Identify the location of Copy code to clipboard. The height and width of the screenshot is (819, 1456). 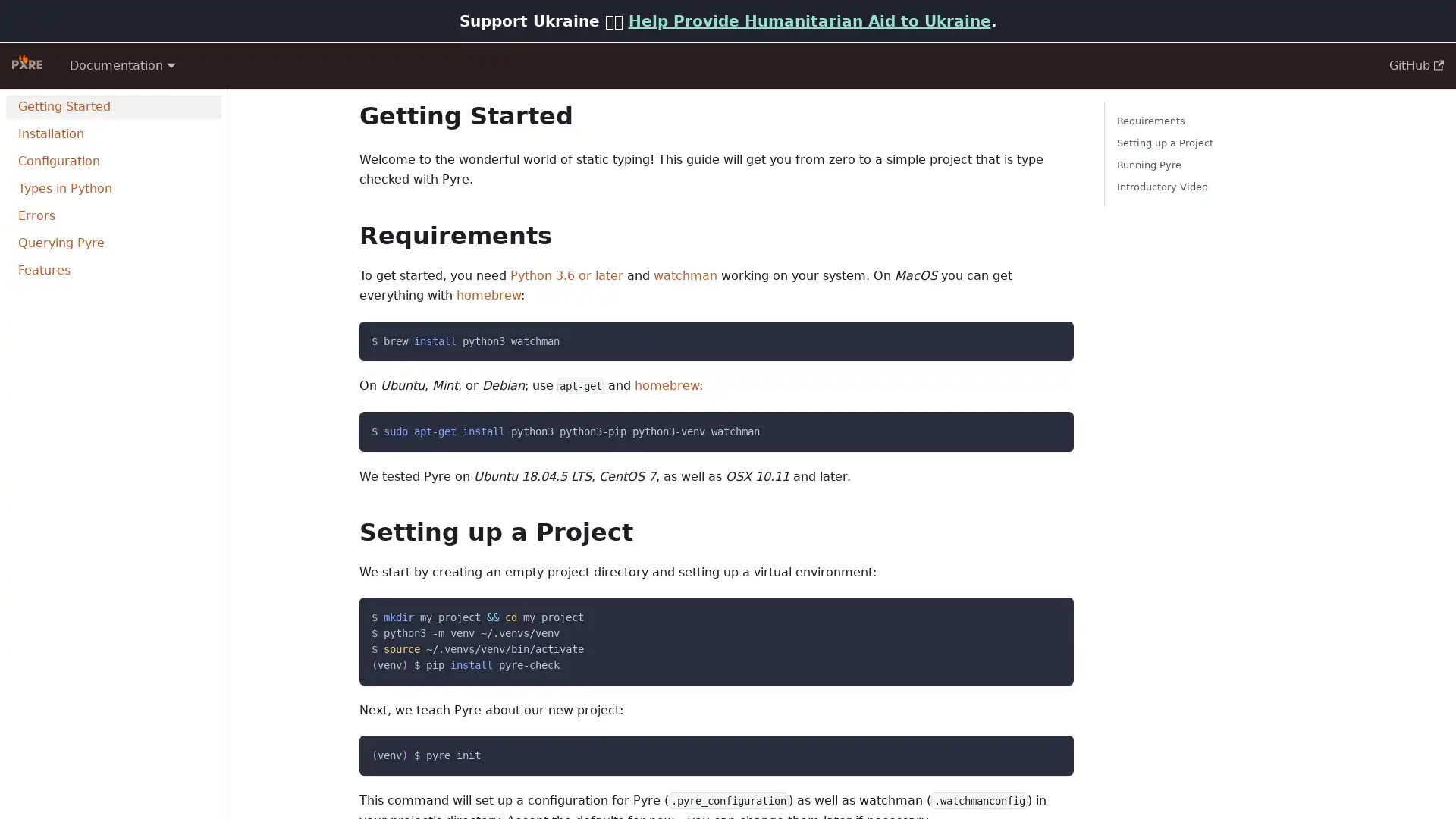
(1048, 336).